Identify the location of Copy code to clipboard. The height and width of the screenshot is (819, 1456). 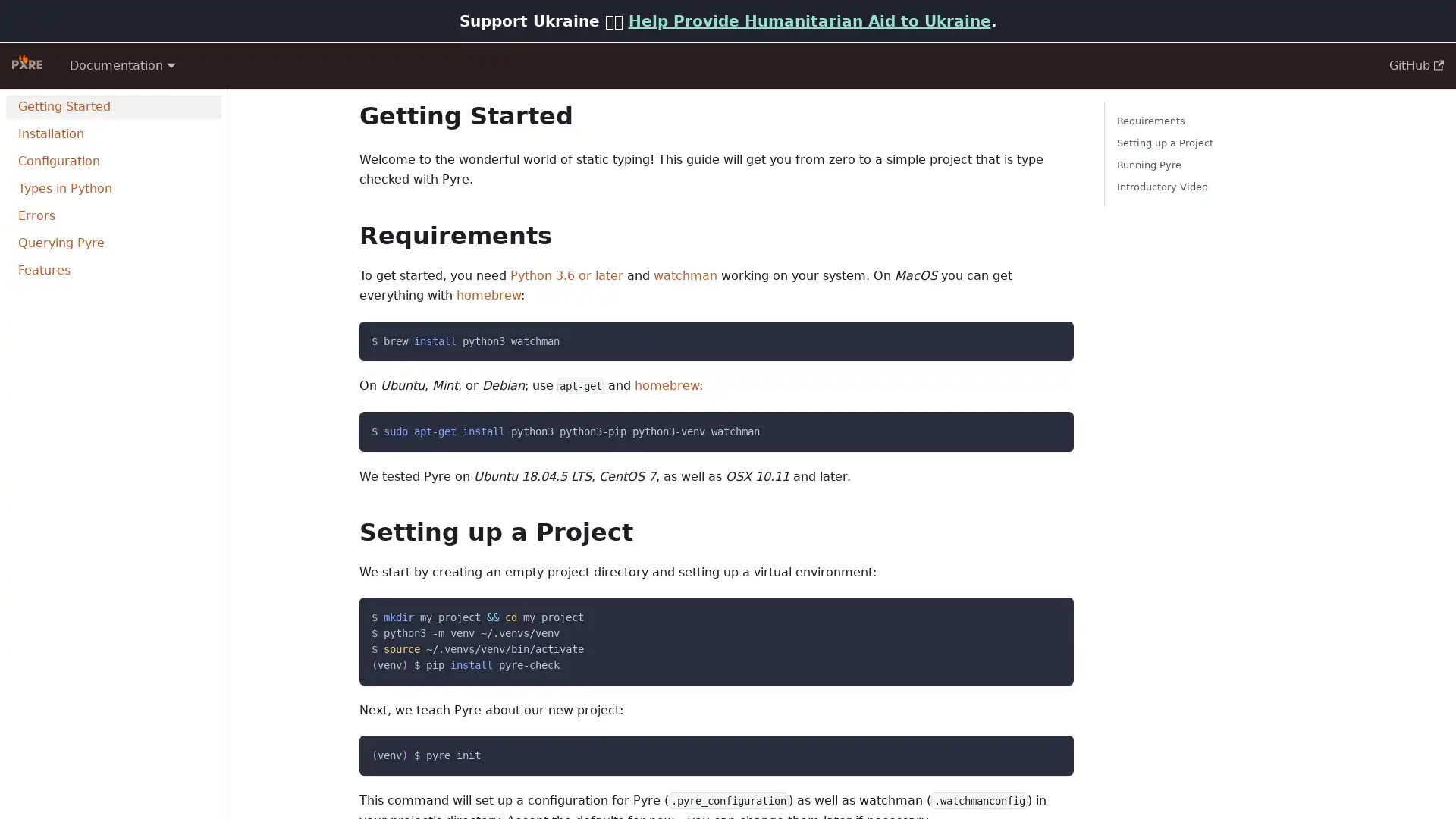
(1048, 336).